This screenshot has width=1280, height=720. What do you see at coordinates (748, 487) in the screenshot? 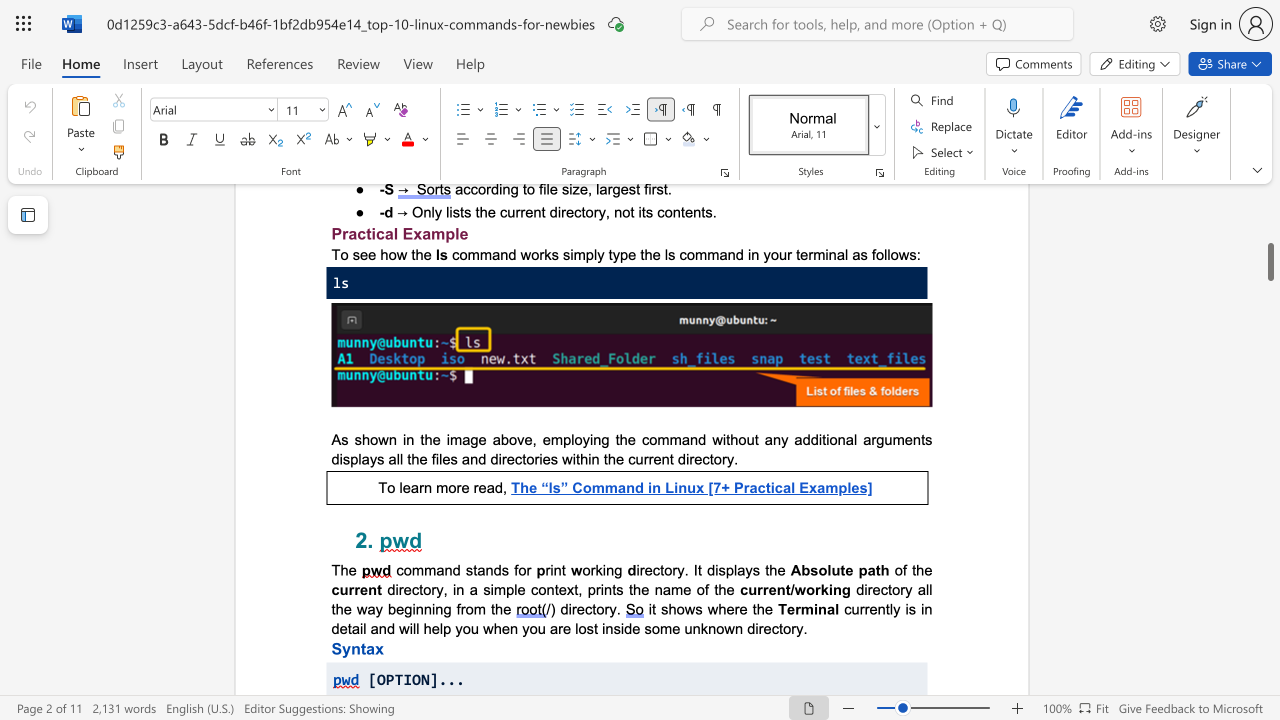
I see `the subset text "actic" within the text "The “ls” Command in Linux [7+ Practical Examples]"` at bounding box center [748, 487].